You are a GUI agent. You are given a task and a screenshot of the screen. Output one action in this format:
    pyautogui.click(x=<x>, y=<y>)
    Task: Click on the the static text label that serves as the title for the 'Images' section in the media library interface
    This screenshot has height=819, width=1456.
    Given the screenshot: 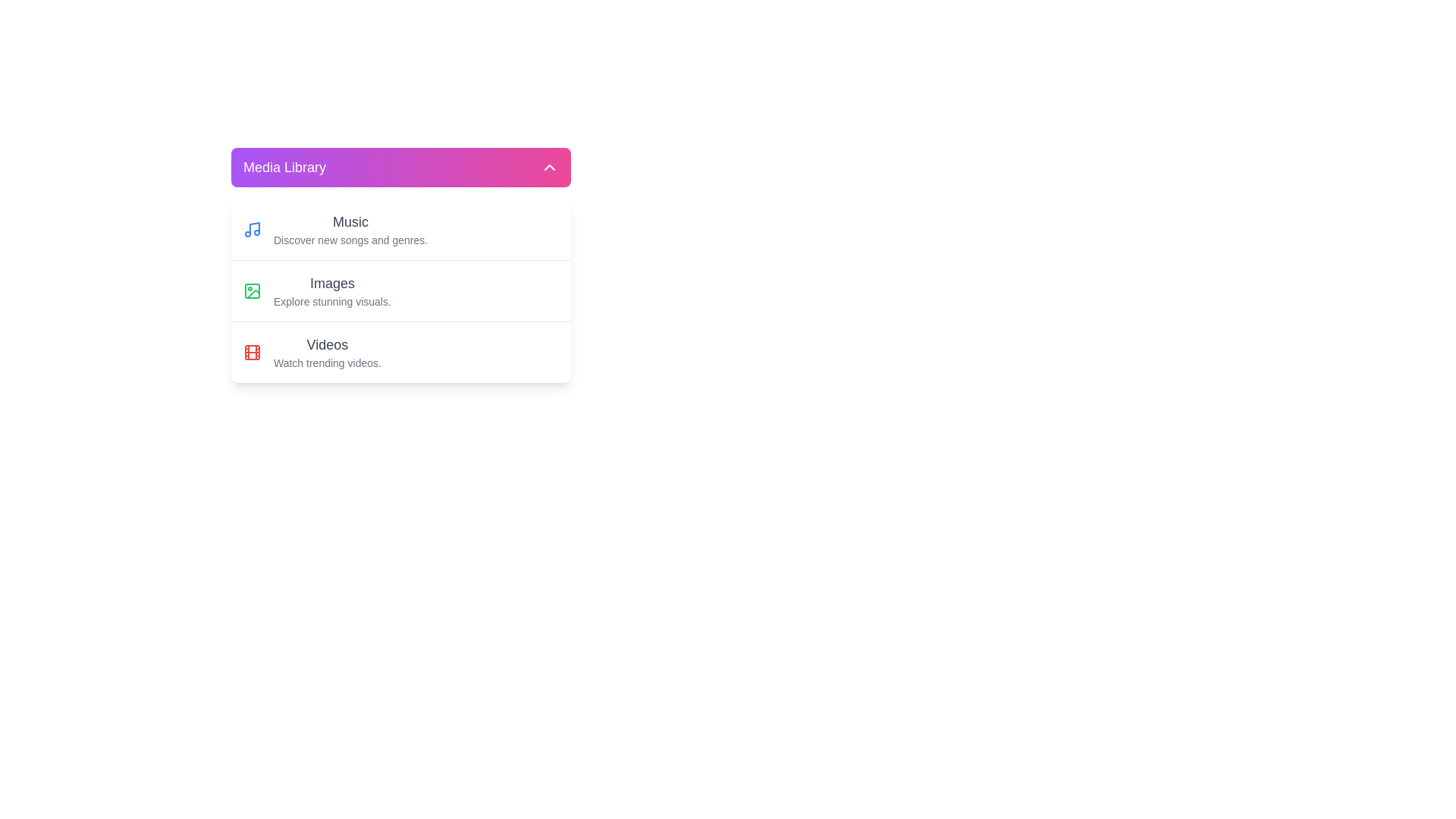 What is the action you would take?
    pyautogui.click(x=331, y=284)
    